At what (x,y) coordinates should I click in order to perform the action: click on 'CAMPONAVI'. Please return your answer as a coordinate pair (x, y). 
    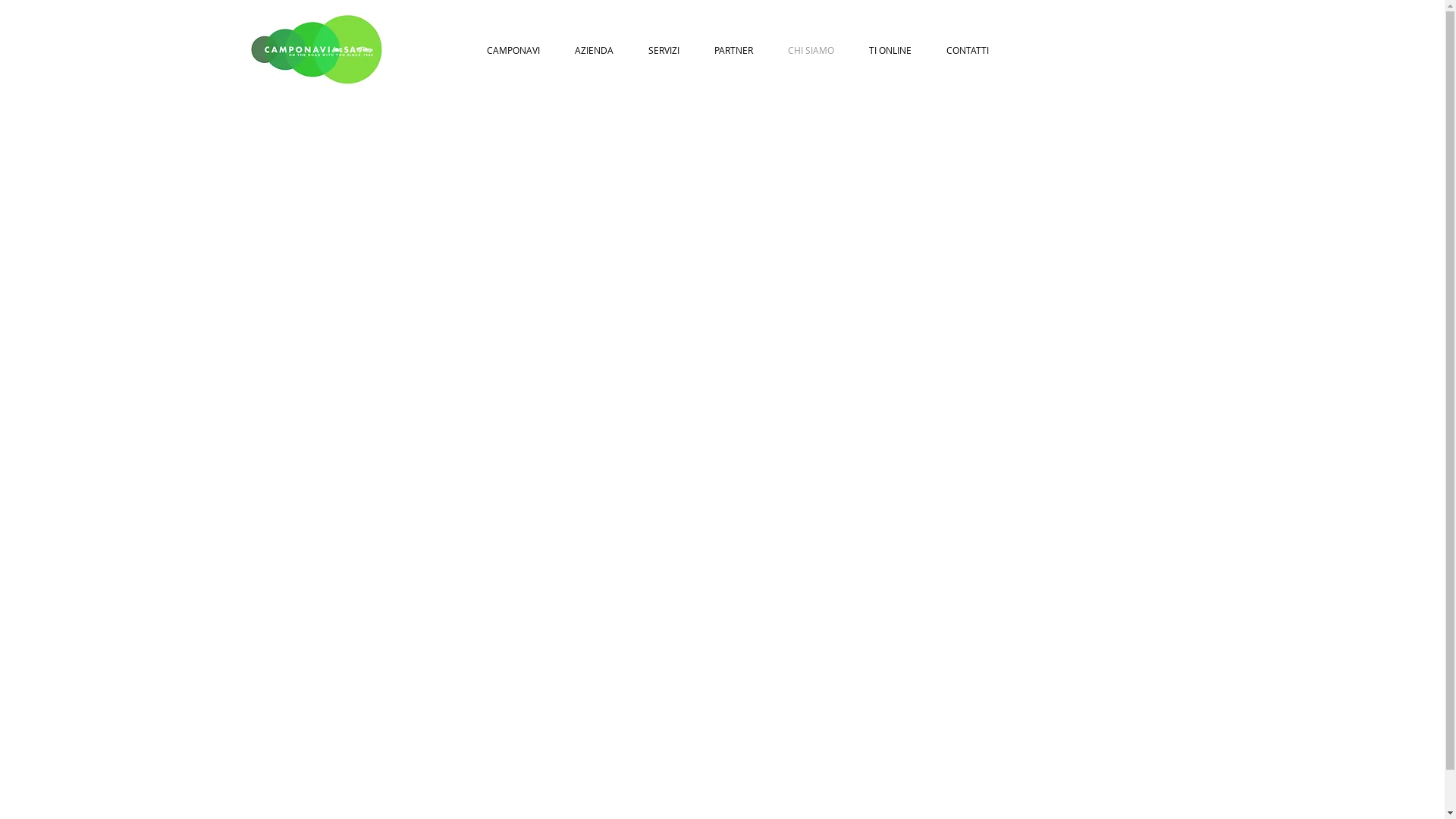
    Looking at the image, I should click on (513, 49).